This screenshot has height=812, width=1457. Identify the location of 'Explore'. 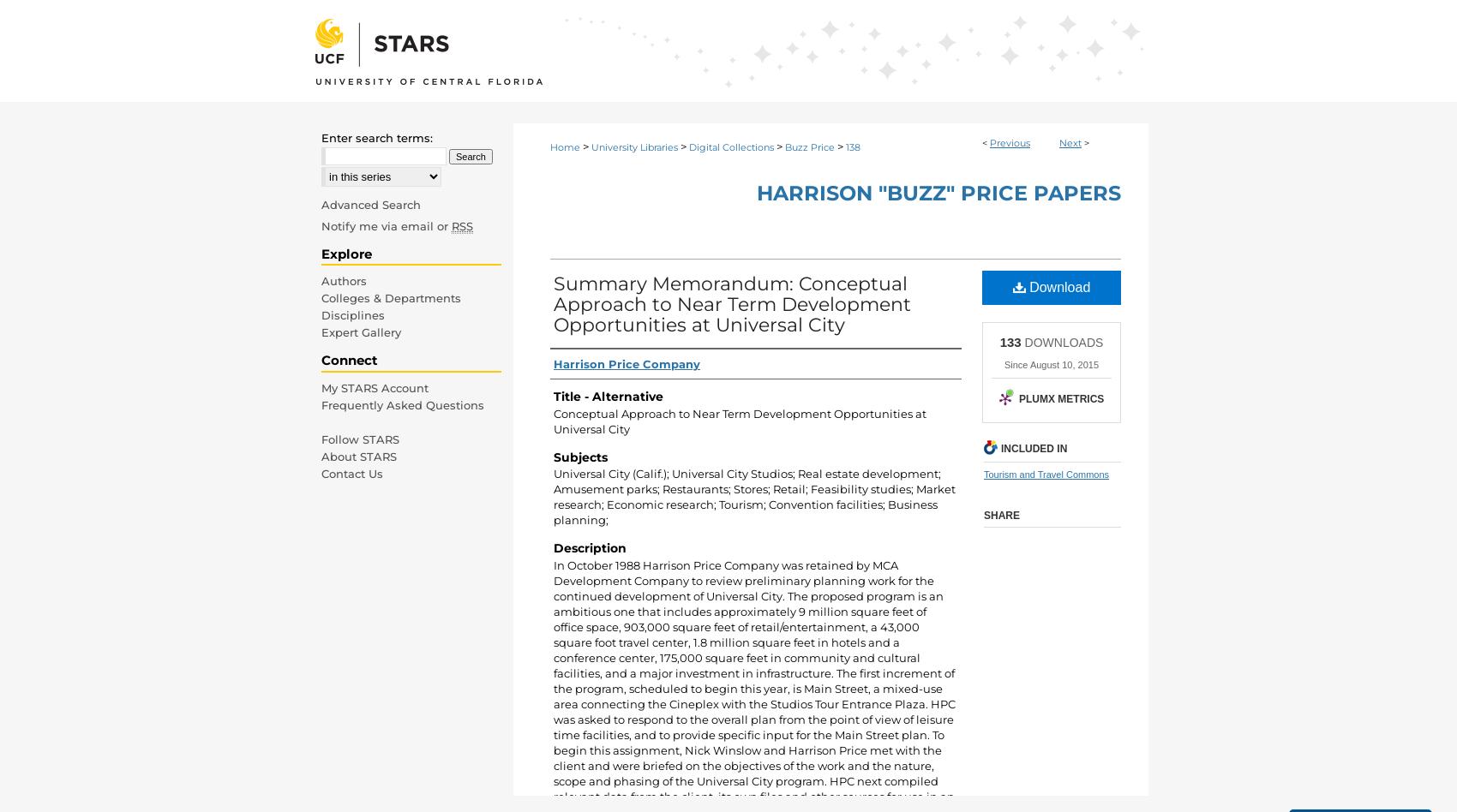
(345, 253).